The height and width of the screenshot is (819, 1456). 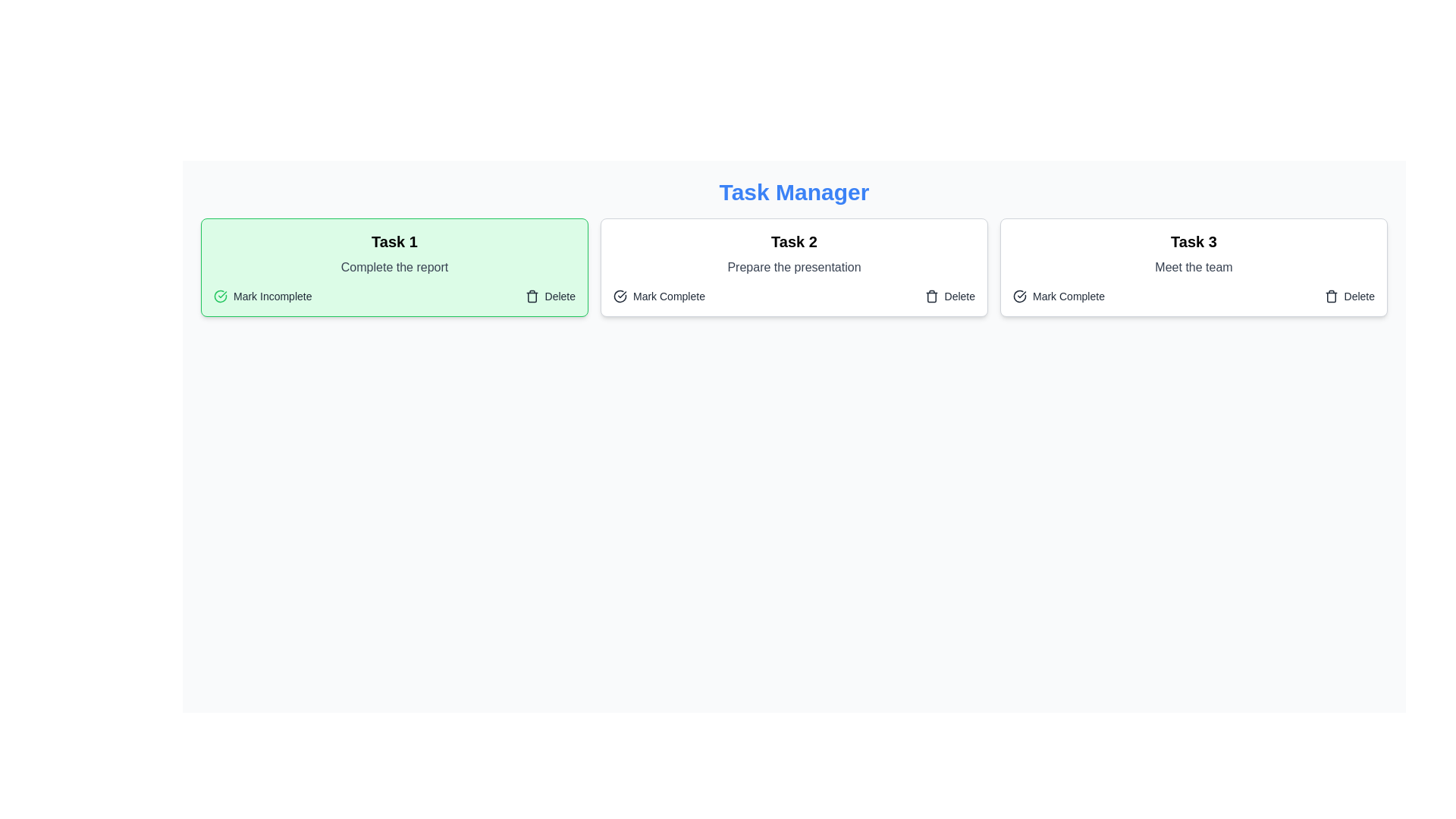 I want to click on the 'Delete' label located at the bottom-right corner of the 'Task 3' card, which has a hover effect changing its color to red, so click(x=1359, y=296).